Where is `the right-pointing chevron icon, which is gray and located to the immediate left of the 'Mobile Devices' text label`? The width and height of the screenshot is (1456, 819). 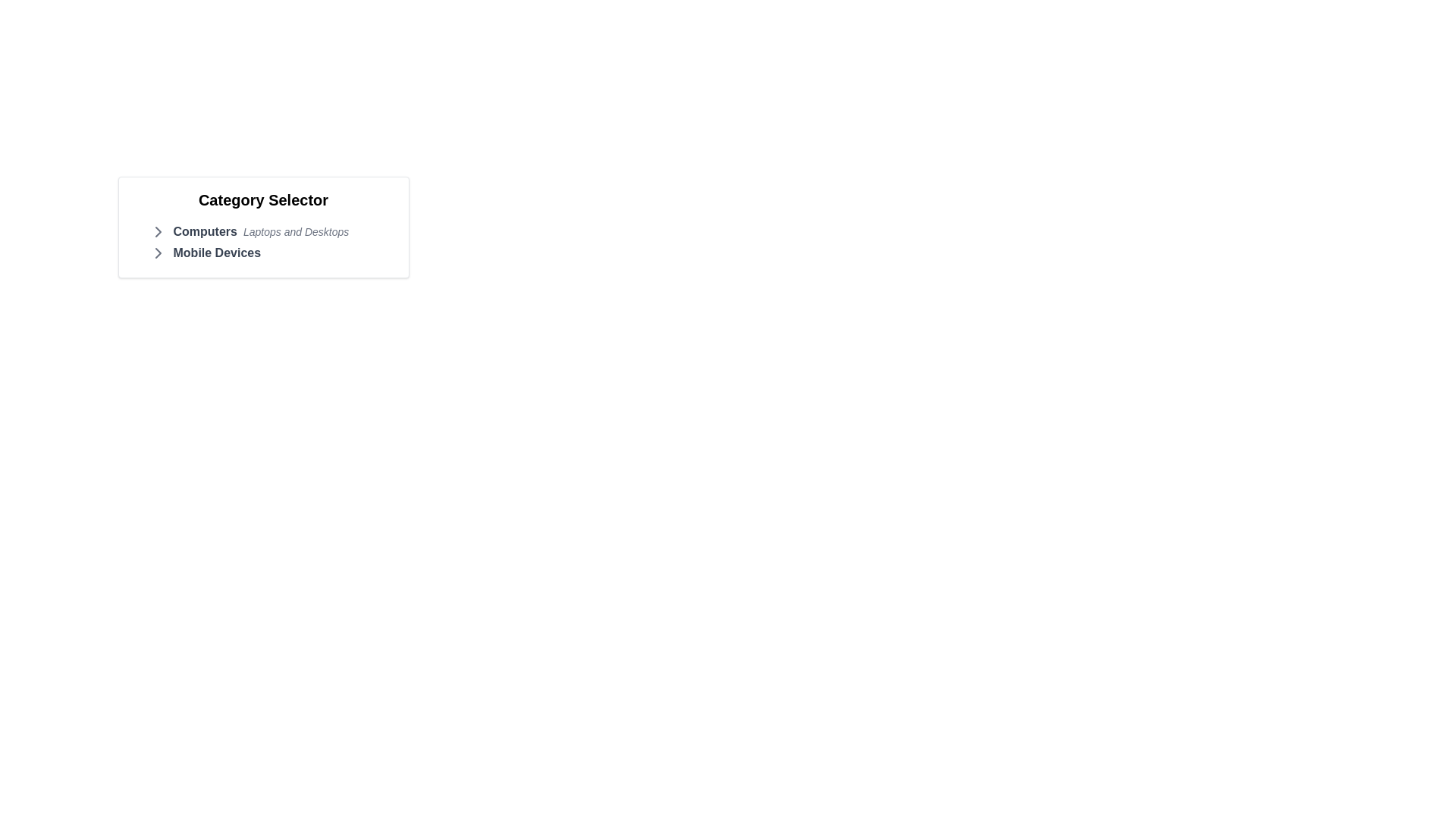
the right-pointing chevron icon, which is gray and located to the immediate left of the 'Mobile Devices' text label is located at coordinates (158, 253).